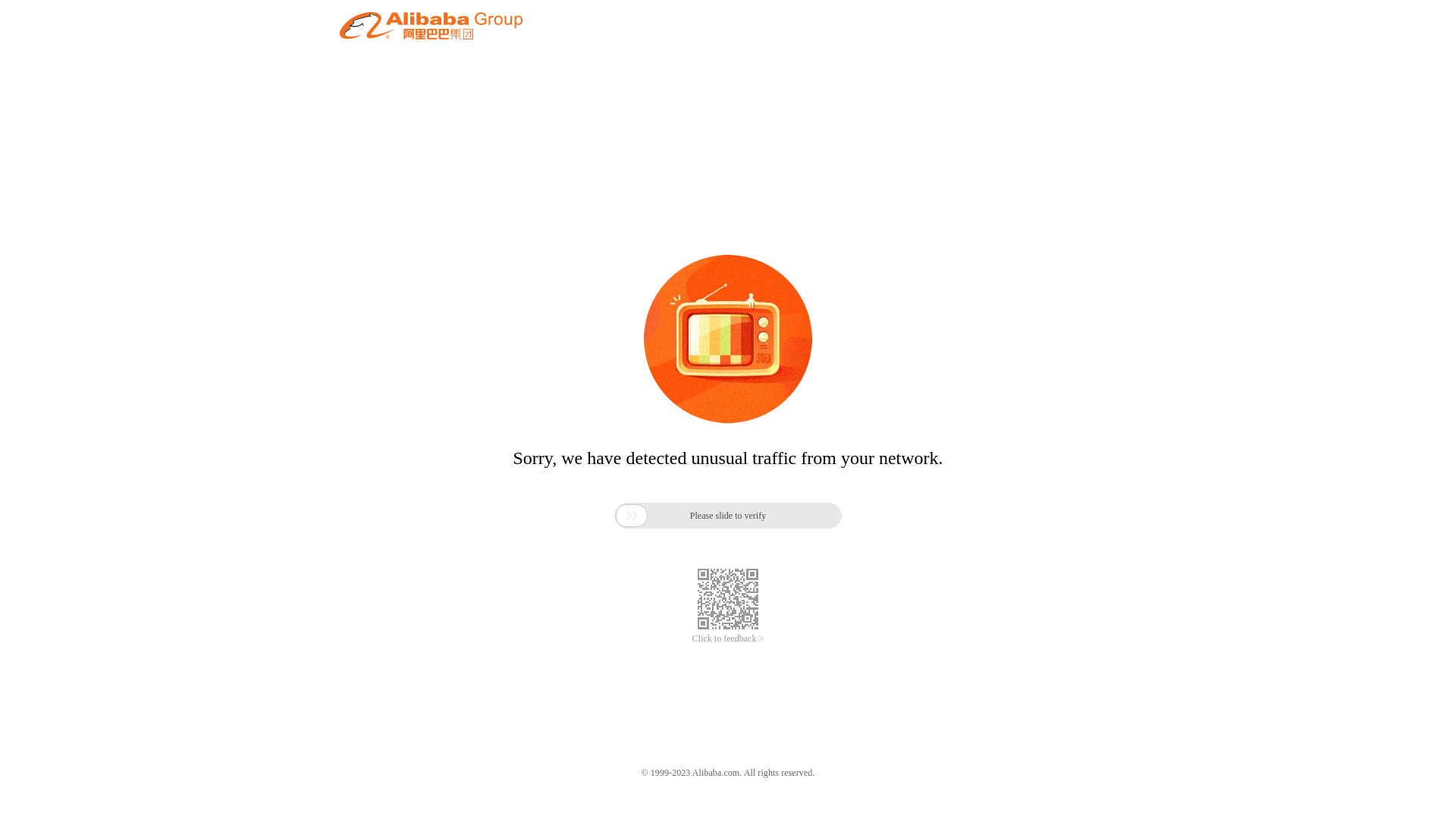  Describe the element at coordinates (728, 639) in the screenshot. I see `'Click to feedback >'` at that location.